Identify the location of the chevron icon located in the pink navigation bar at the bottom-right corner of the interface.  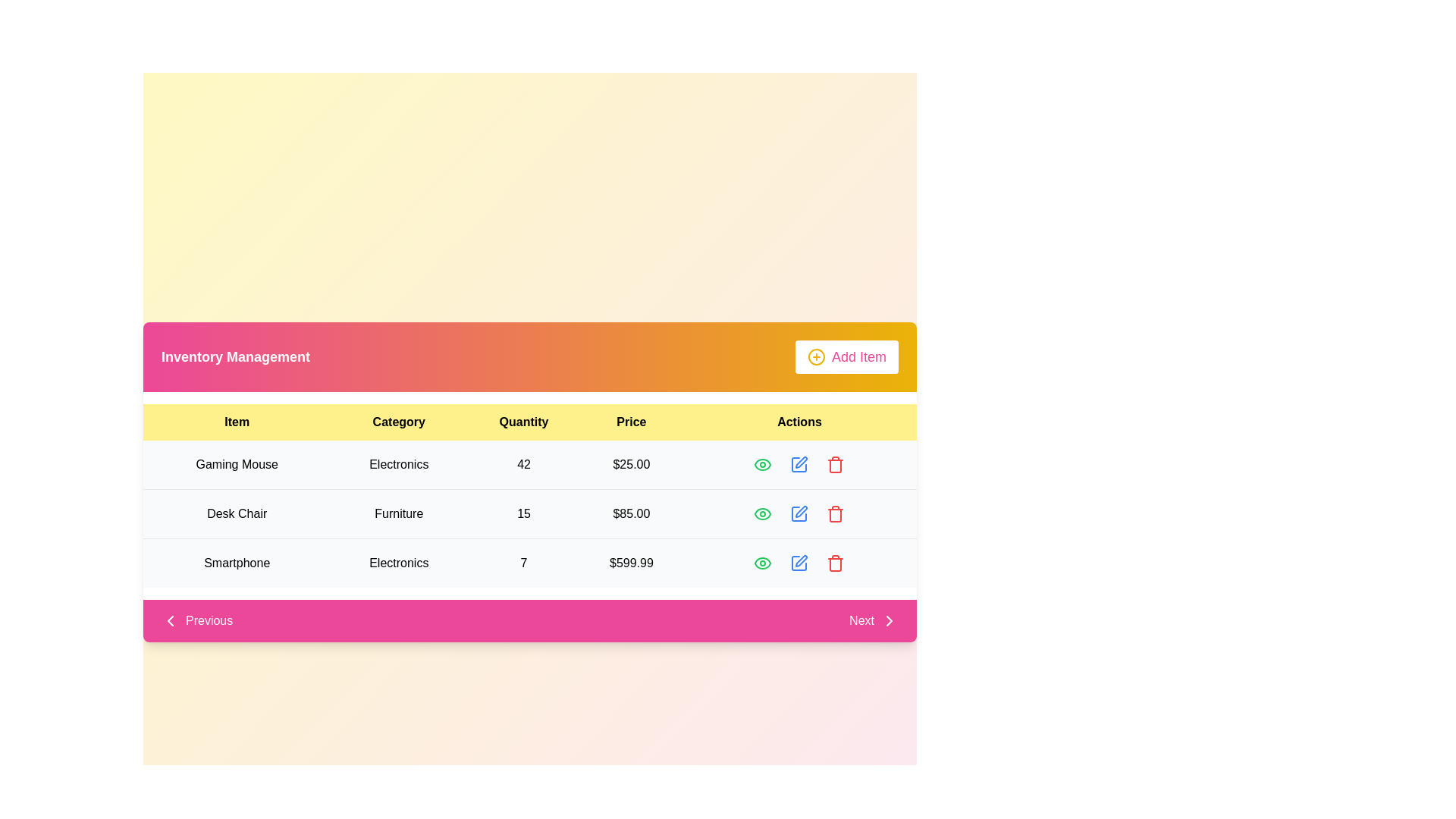
(889, 620).